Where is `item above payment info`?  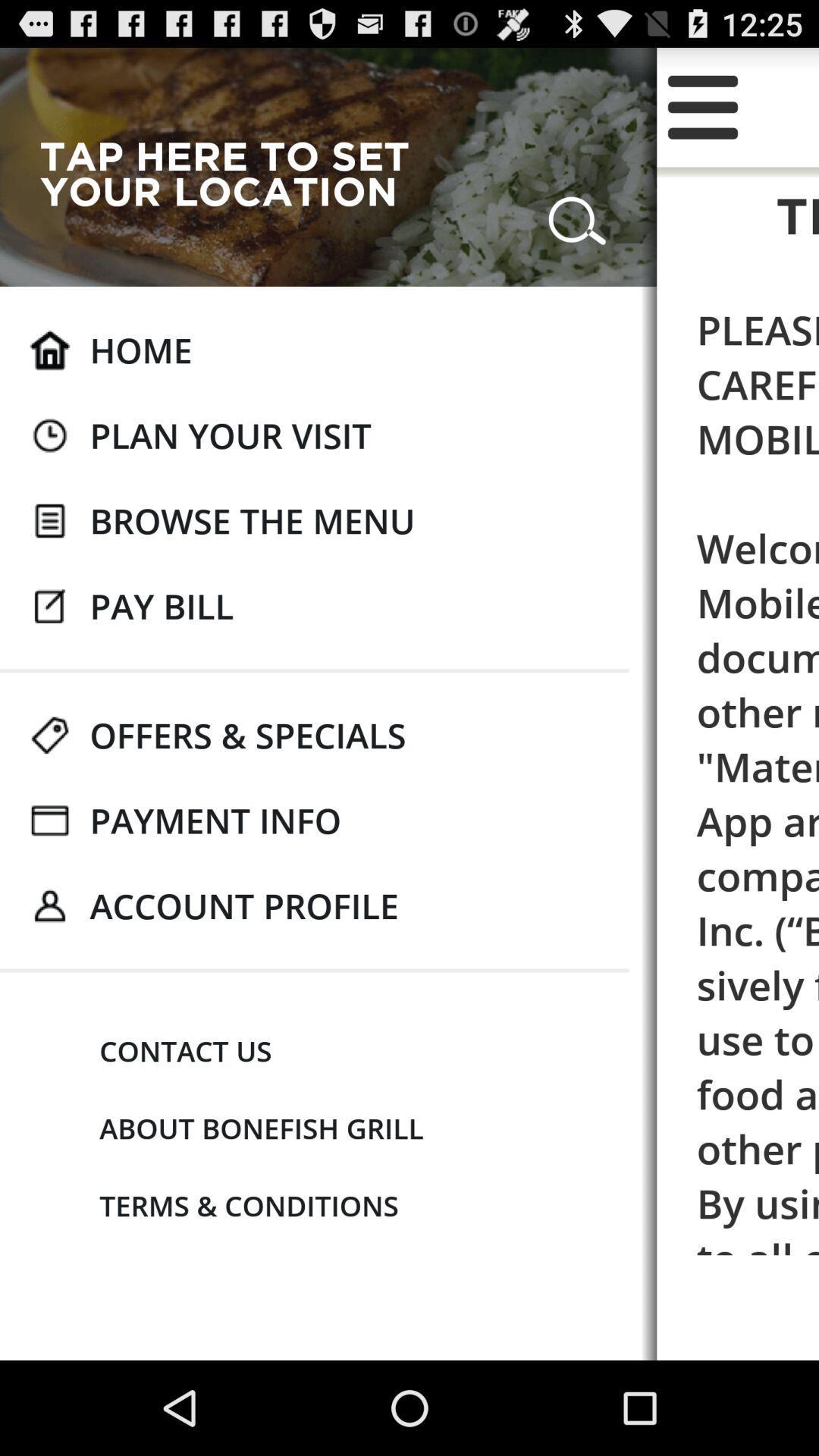
item above payment info is located at coordinates (247, 735).